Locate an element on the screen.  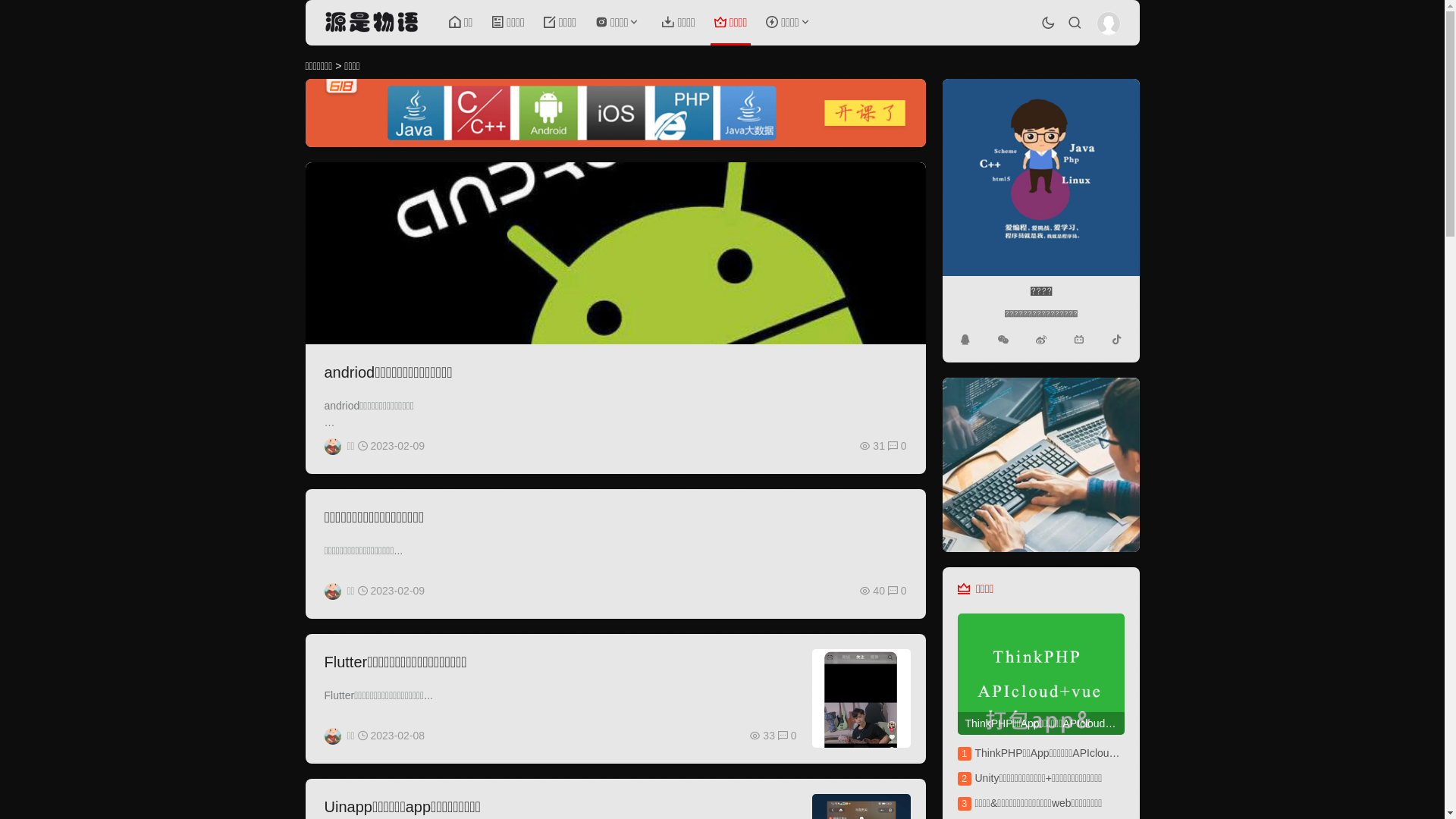
'QQ' is located at coordinates (964, 338).